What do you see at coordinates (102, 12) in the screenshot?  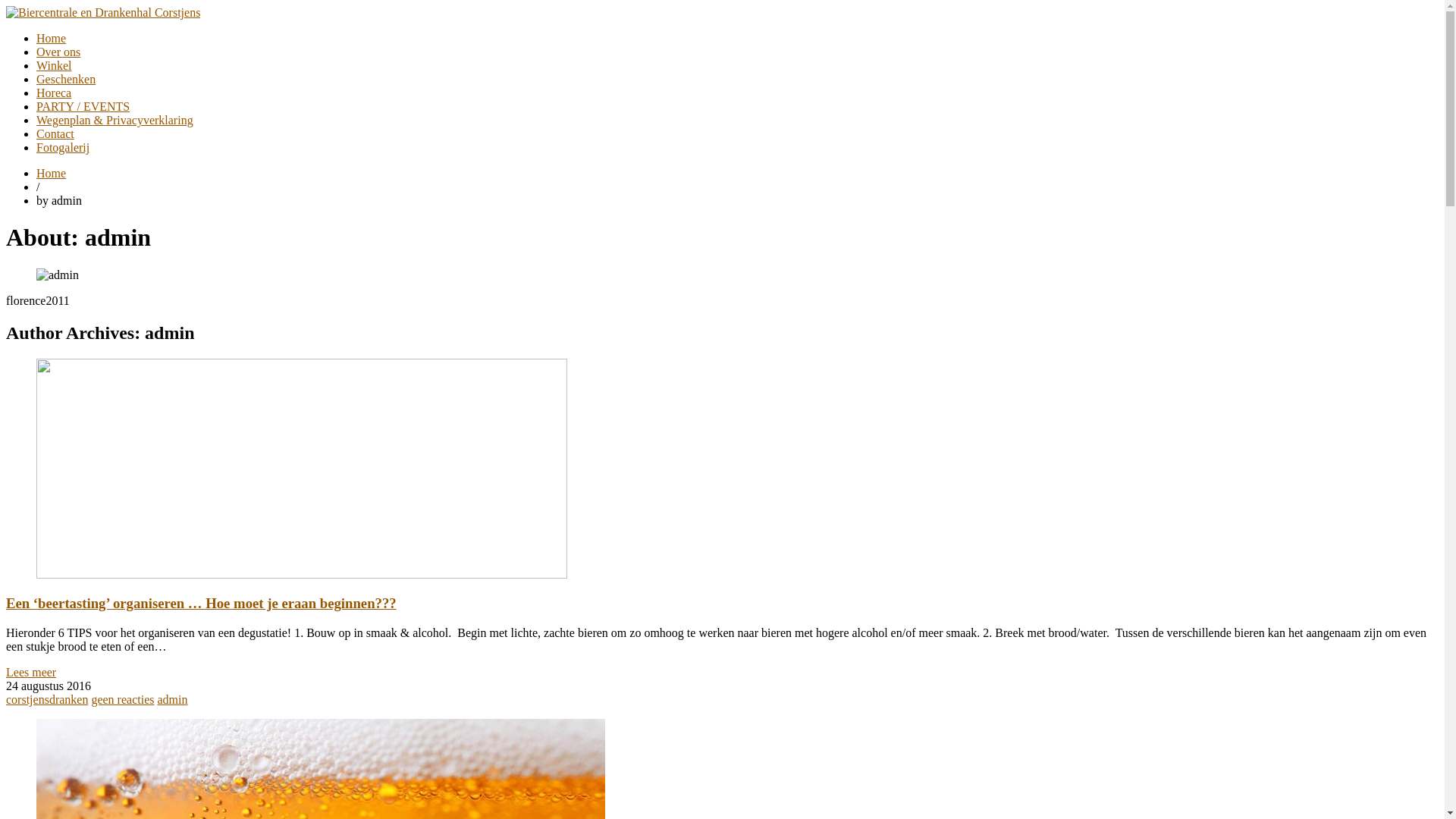 I see `'Biercentrale en Drankenhal Corstjens'` at bounding box center [102, 12].